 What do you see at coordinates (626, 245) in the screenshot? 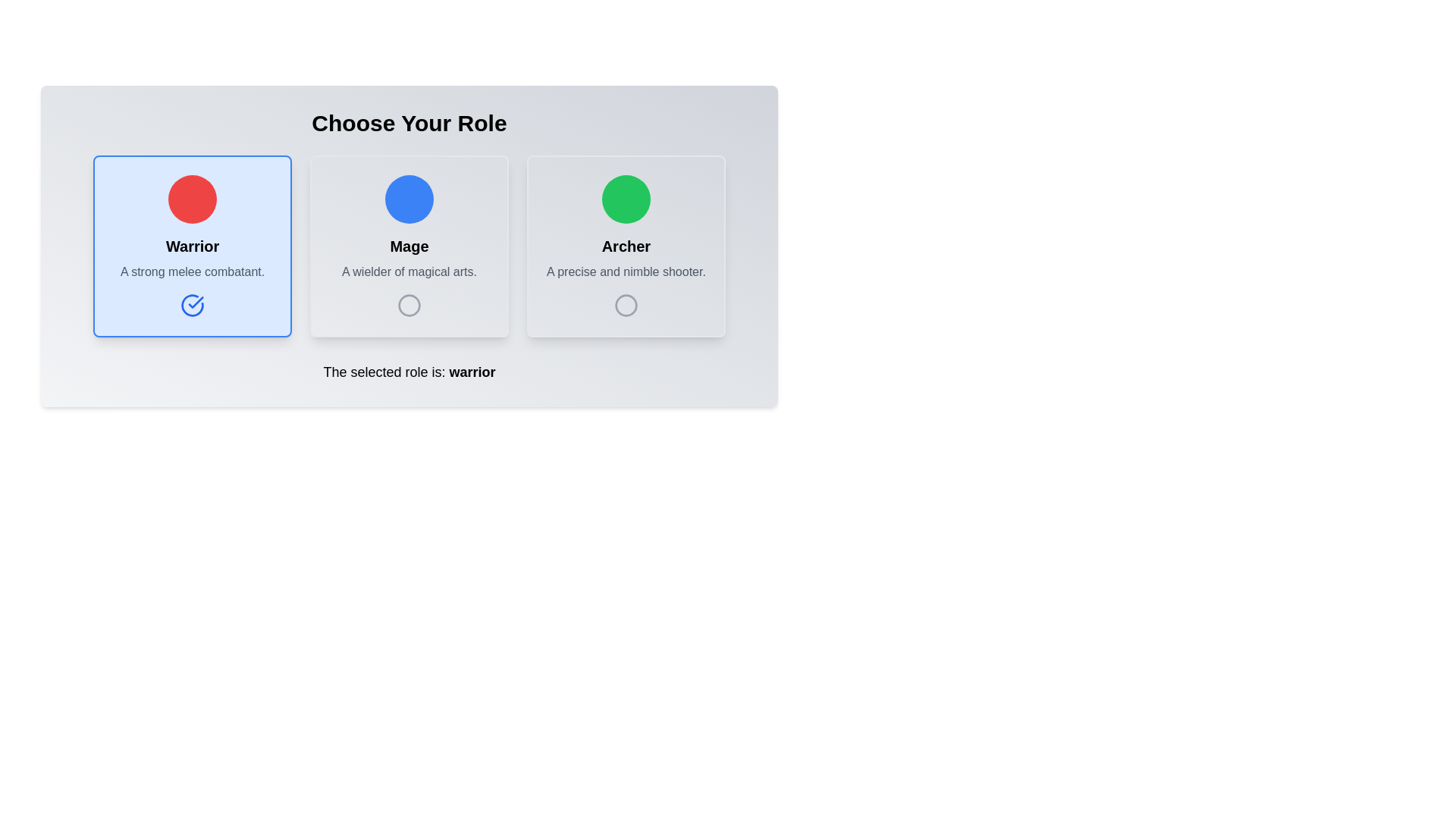
I see `the third card-like selectable option titled 'Archer', which features a prominent circular green icon at the top, to trigger a visual effect` at bounding box center [626, 245].